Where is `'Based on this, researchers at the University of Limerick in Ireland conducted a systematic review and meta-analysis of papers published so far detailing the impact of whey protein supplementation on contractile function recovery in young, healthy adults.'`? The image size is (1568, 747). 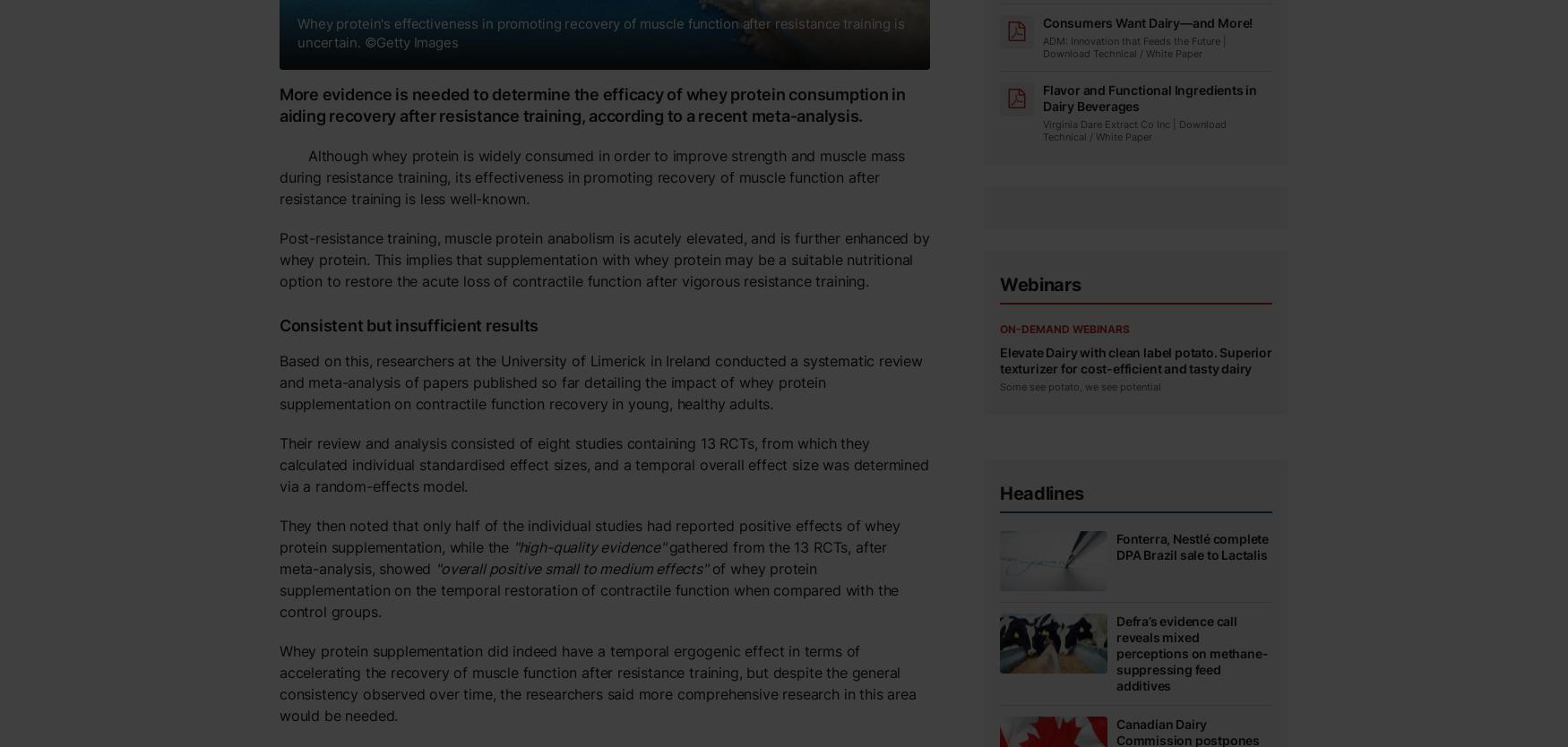
'Based on this, researchers at the University of Limerick in Ireland conducted a systematic review and meta-analysis of papers published so far detailing the impact of whey protein supplementation on contractile function recovery in young, healthy adults.' is located at coordinates (599, 382).